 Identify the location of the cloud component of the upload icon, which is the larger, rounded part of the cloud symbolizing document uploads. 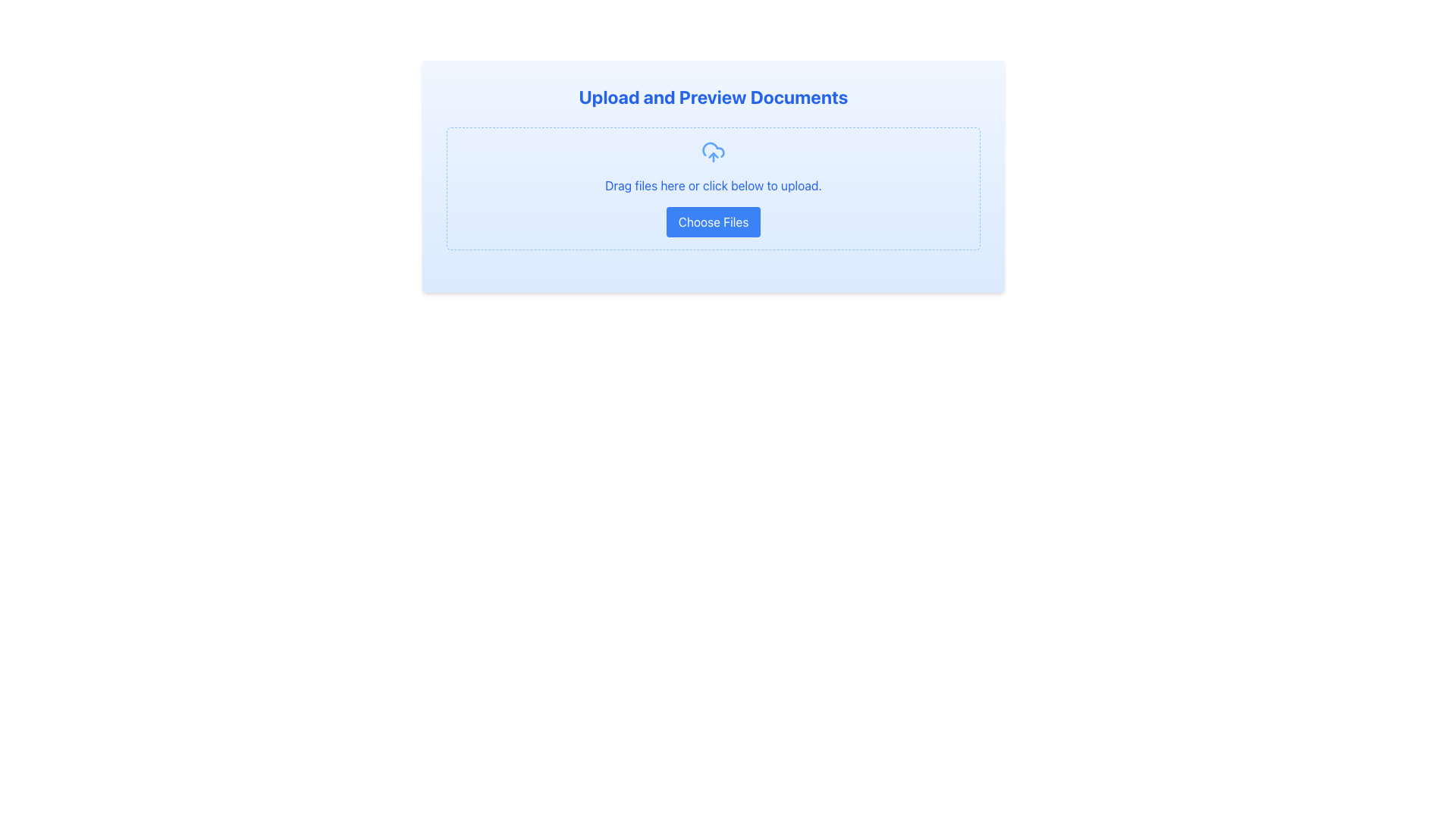
(712, 149).